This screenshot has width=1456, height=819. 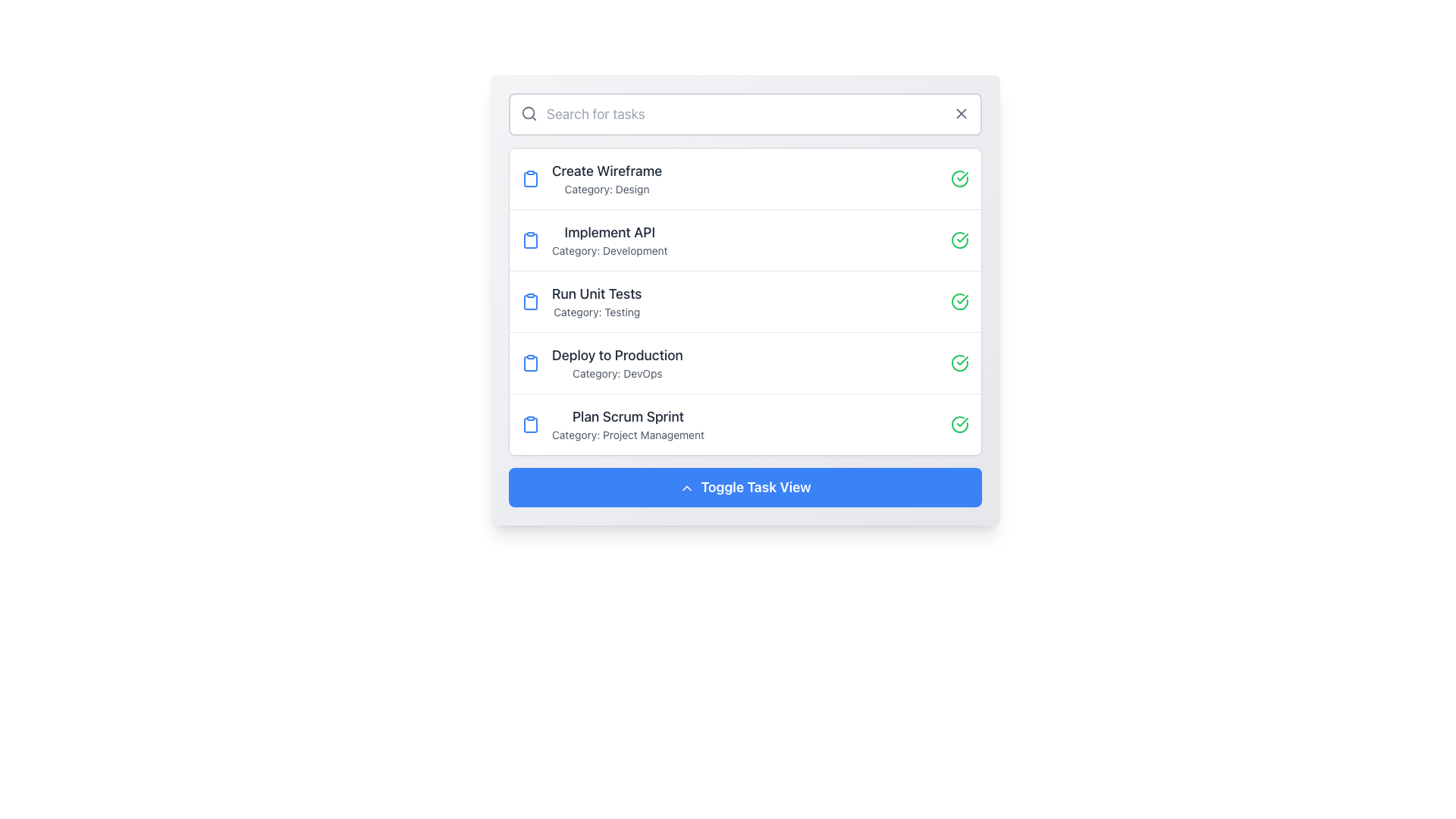 I want to click on text of the first task title in the task management interface, located above the 'Category: Design' text, so click(x=607, y=171).